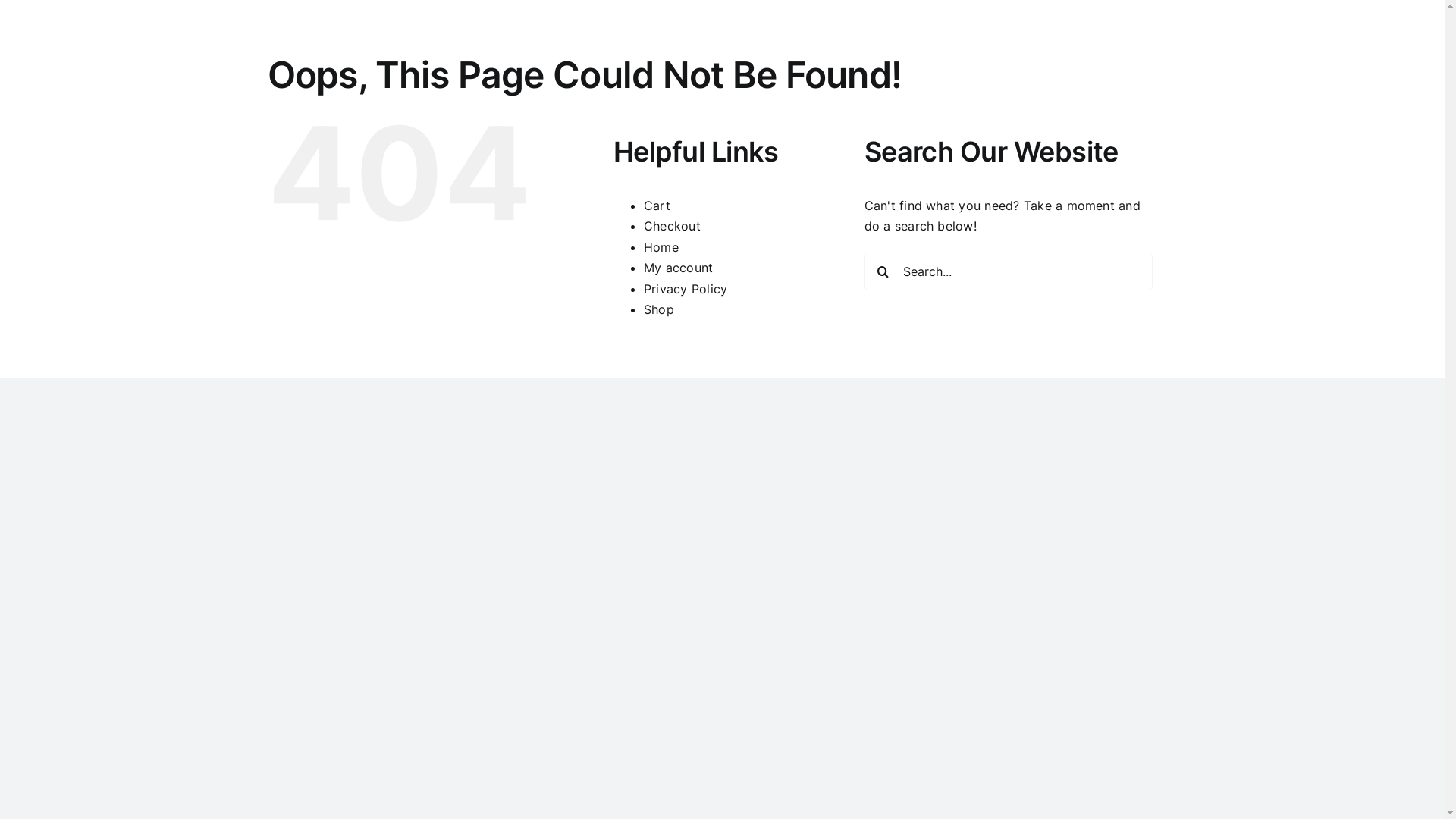  I want to click on 'Shop', so click(658, 309).